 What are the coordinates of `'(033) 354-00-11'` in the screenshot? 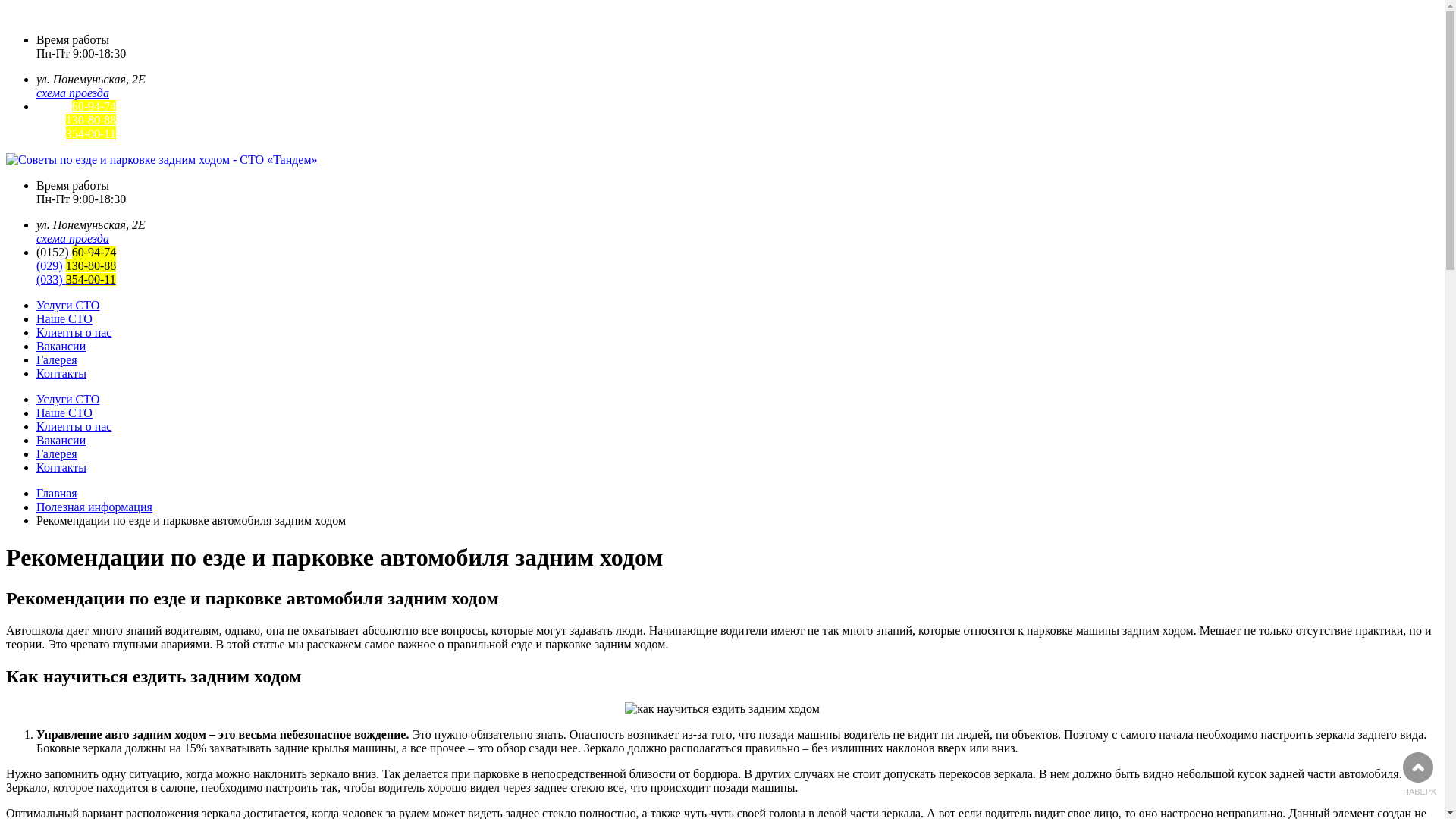 It's located at (75, 279).